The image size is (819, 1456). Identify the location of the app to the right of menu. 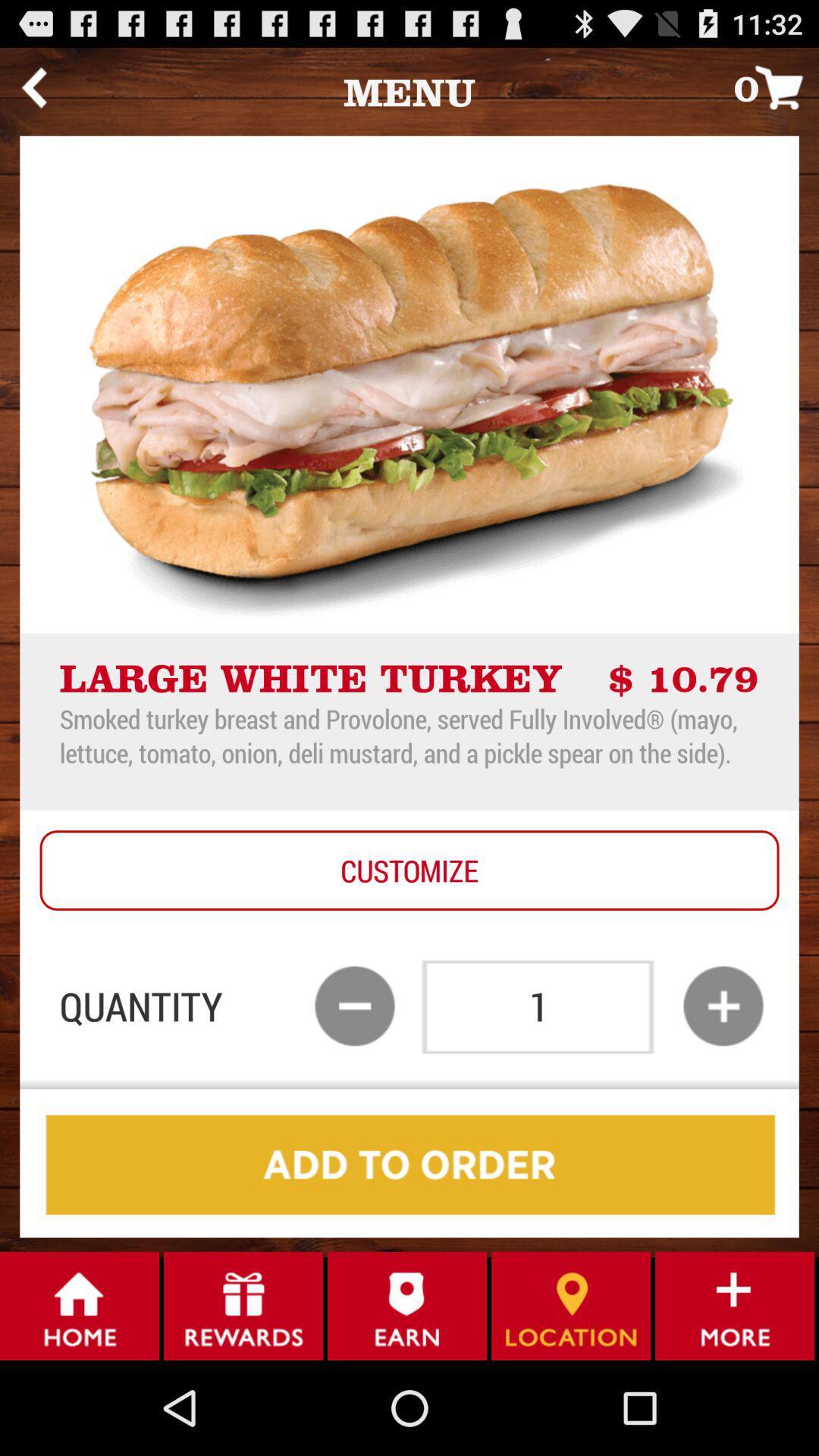
(776, 86).